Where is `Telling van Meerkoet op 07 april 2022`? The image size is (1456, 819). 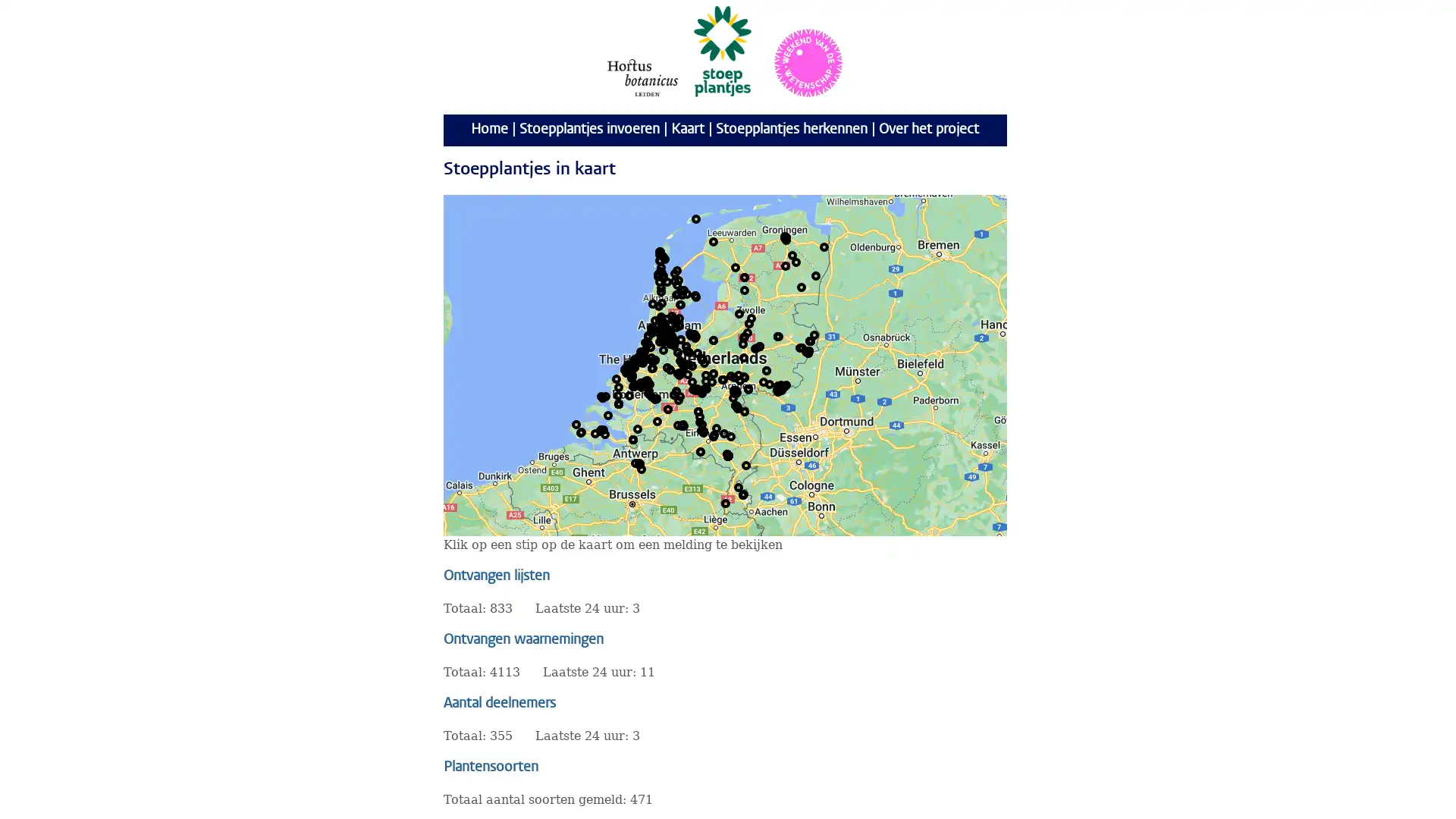 Telling van Meerkoet op 07 april 2022 is located at coordinates (661, 291).